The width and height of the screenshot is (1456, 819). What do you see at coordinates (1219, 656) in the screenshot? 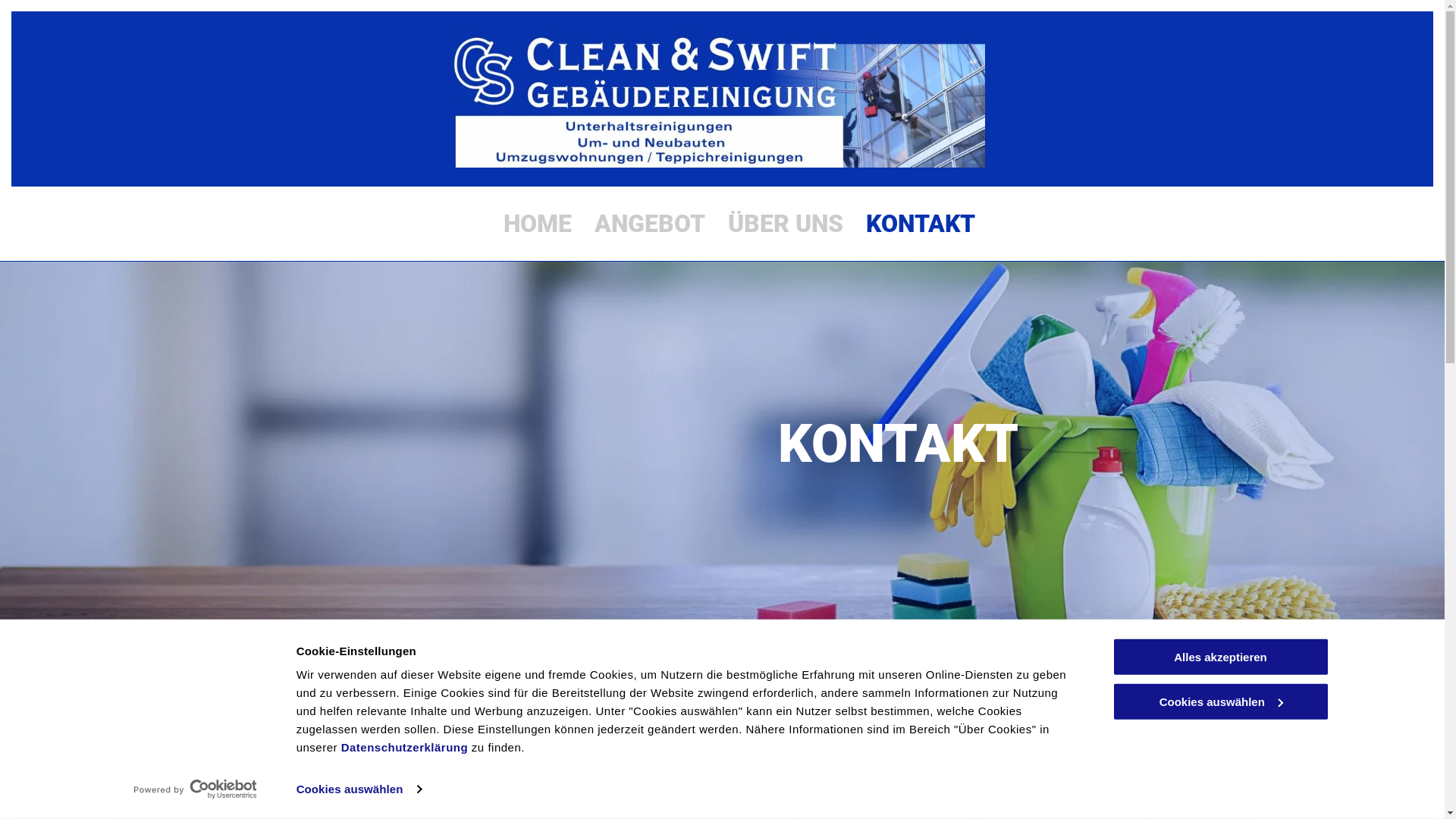
I see `'Alles akzeptieren'` at bounding box center [1219, 656].